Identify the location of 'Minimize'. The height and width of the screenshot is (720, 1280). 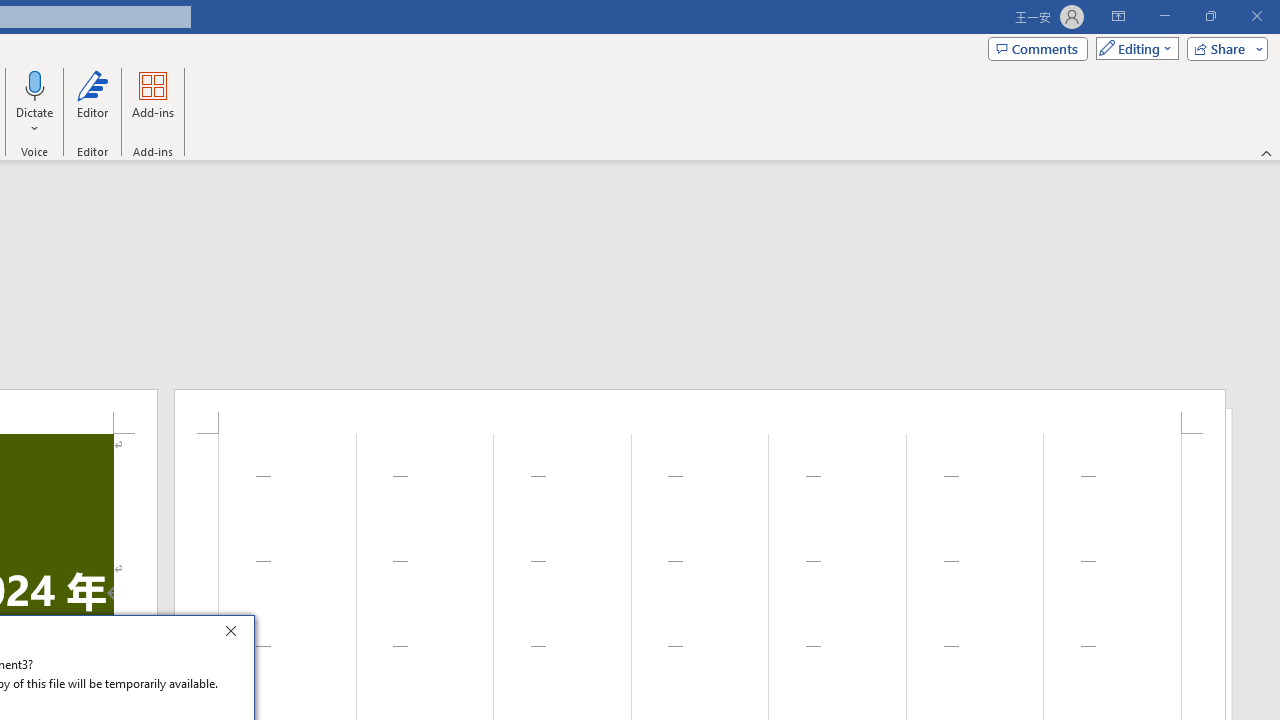
(1164, 16).